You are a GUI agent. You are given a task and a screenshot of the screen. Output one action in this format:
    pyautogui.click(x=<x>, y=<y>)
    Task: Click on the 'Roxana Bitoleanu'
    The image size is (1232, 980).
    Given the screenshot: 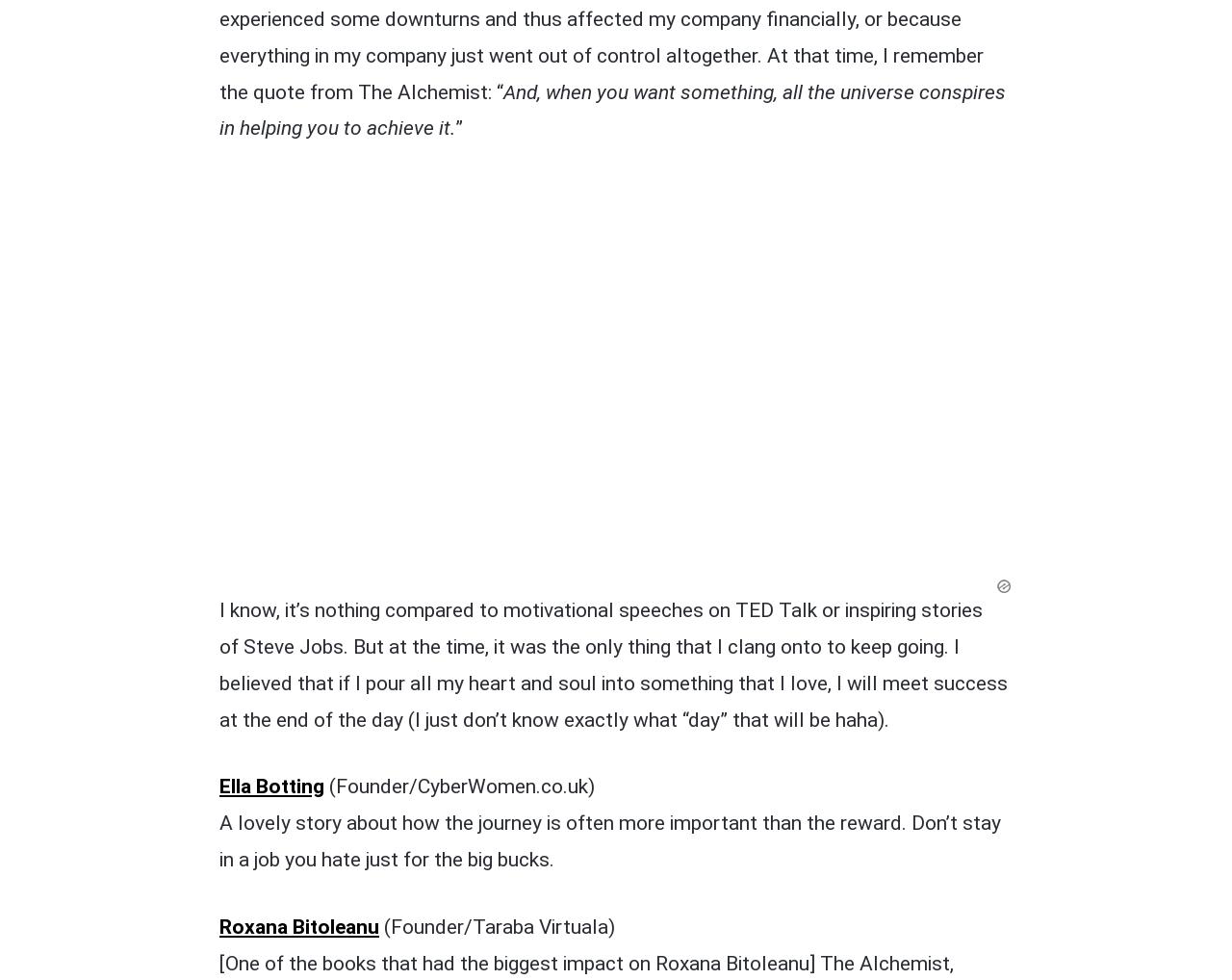 What is the action you would take?
    pyautogui.click(x=218, y=525)
    